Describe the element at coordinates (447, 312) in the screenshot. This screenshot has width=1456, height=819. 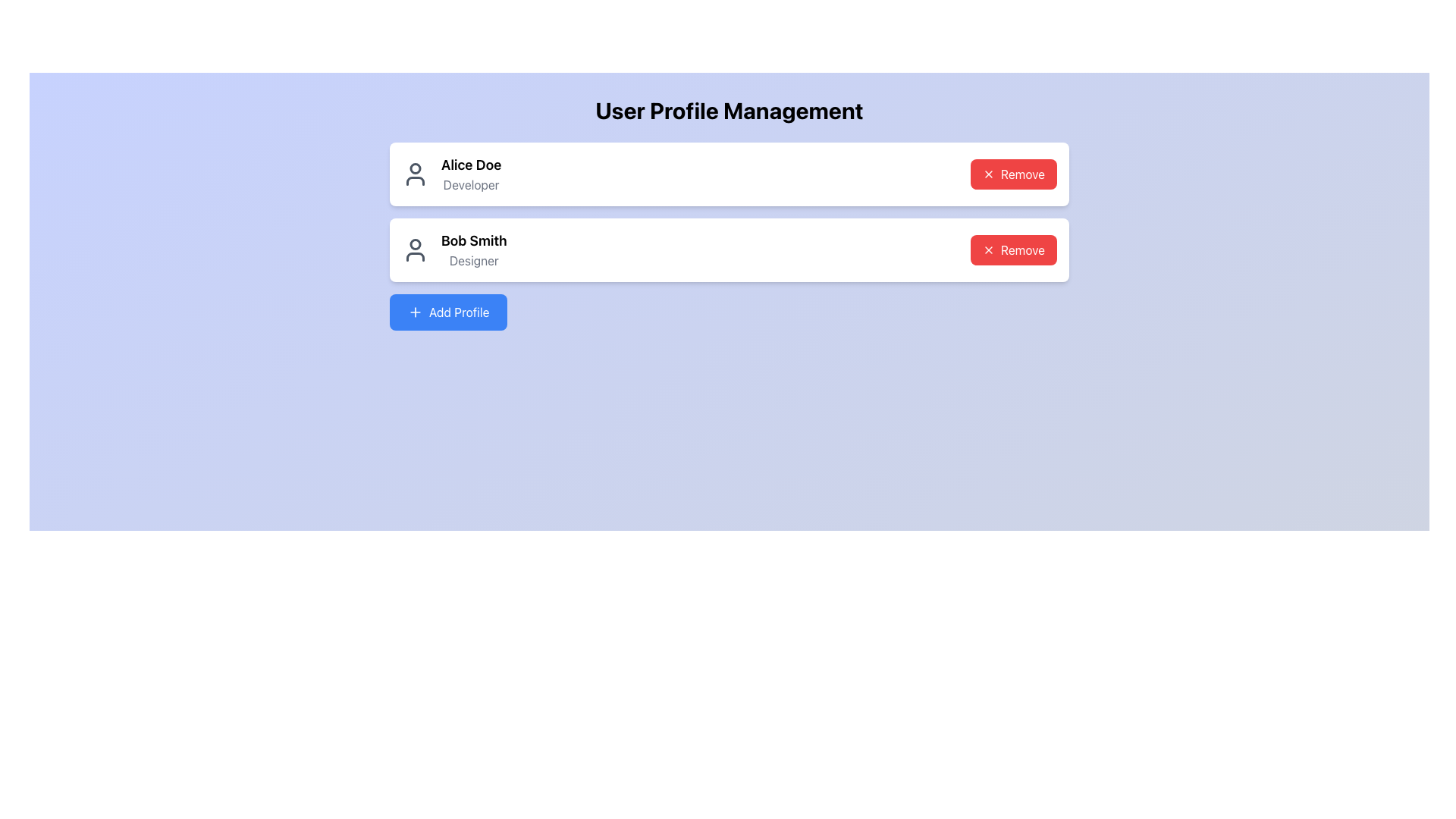
I see `the 'Add New Profile' button located below the two rectangular profile containers for keyboard interaction` at that location.